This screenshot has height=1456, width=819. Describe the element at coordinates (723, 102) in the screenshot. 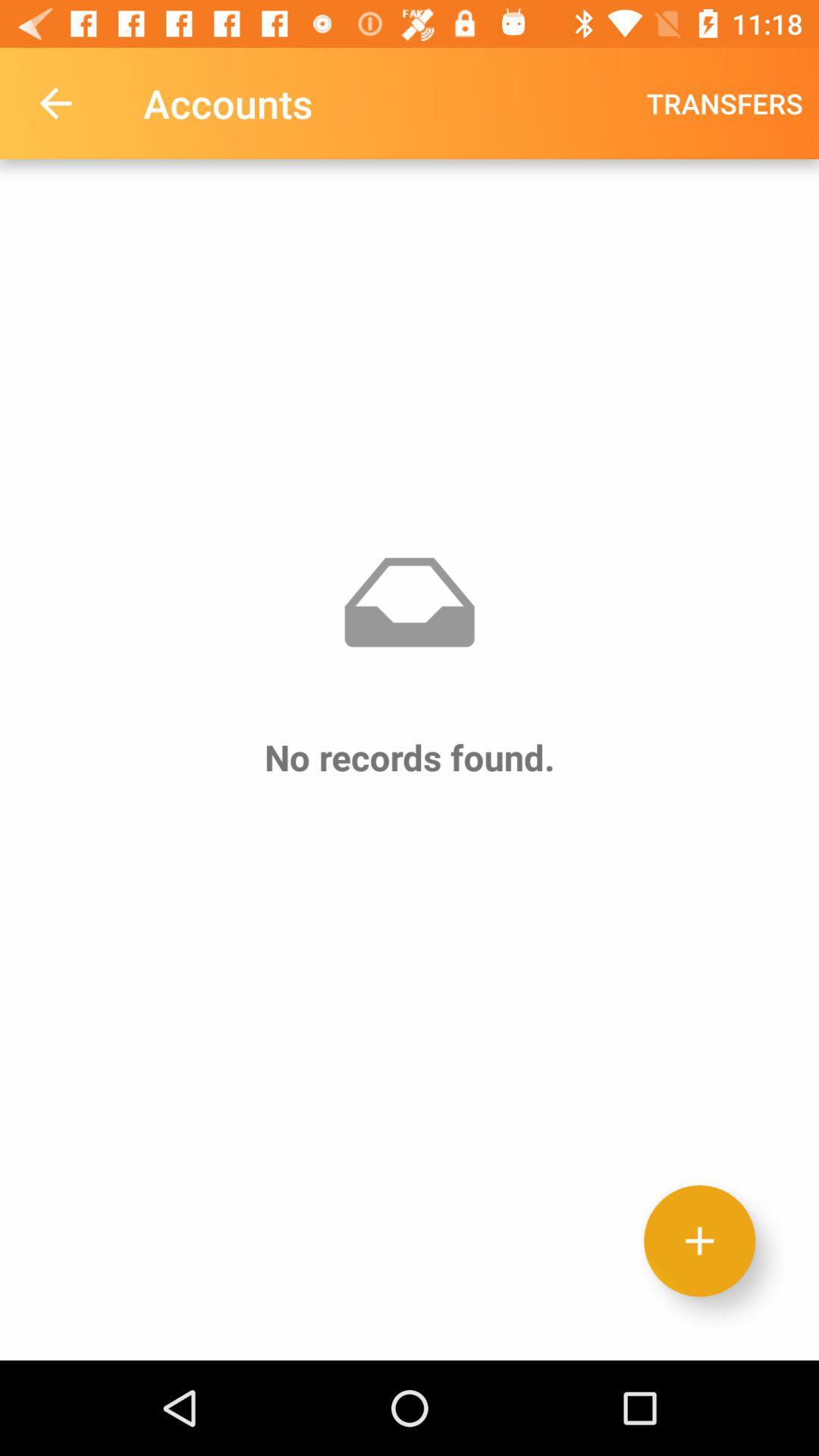

I see `the item to the right of the accounts item` at that location.